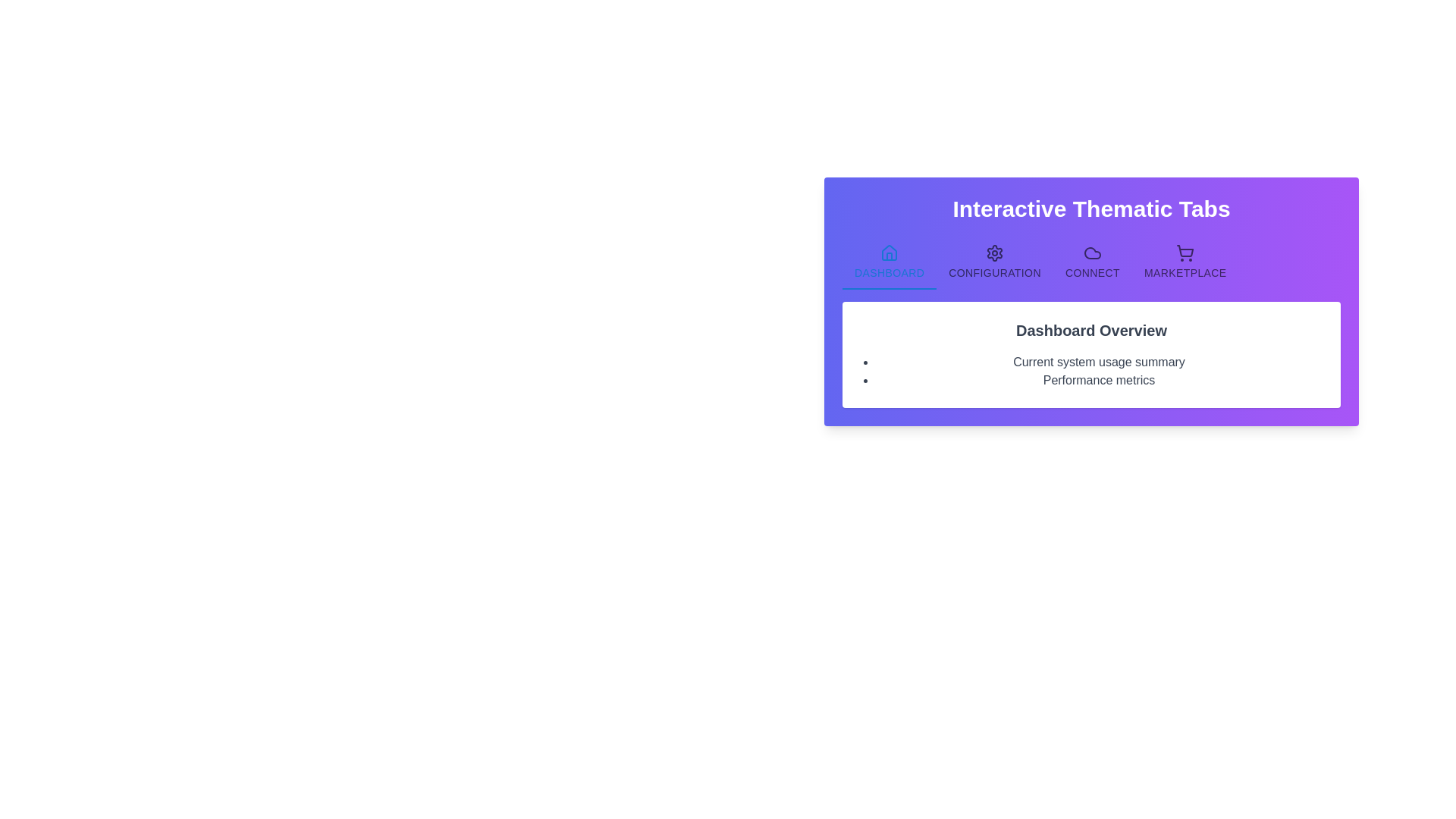 The width and height of the screenshot is (1456, 819). I want to click on the 'MARKETPLACE' tab button, which is the last tab in the horizontal list of 'Interactive Thematic Tabs' and features a shopping cart icon above the label, so click(1185, 262).